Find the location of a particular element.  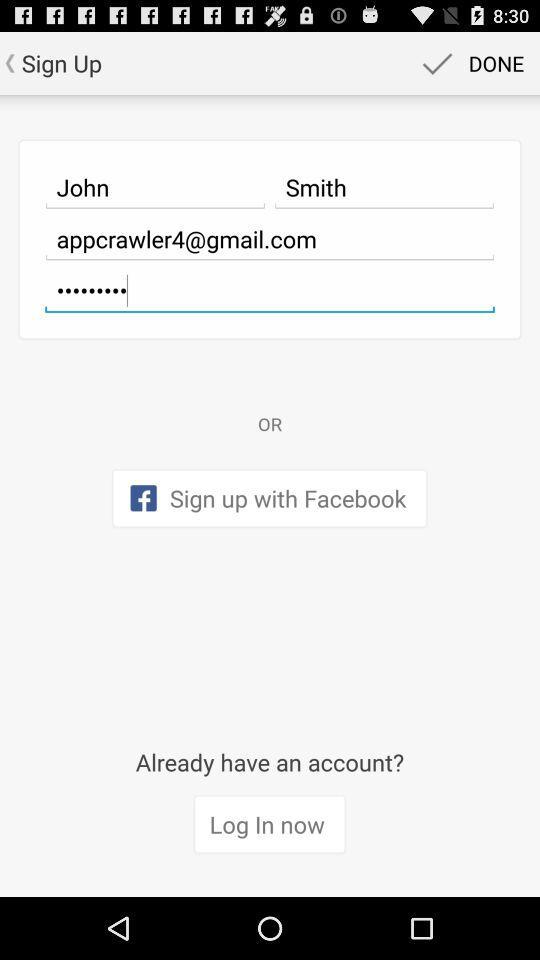

done item is located at coordinates (470, 62).